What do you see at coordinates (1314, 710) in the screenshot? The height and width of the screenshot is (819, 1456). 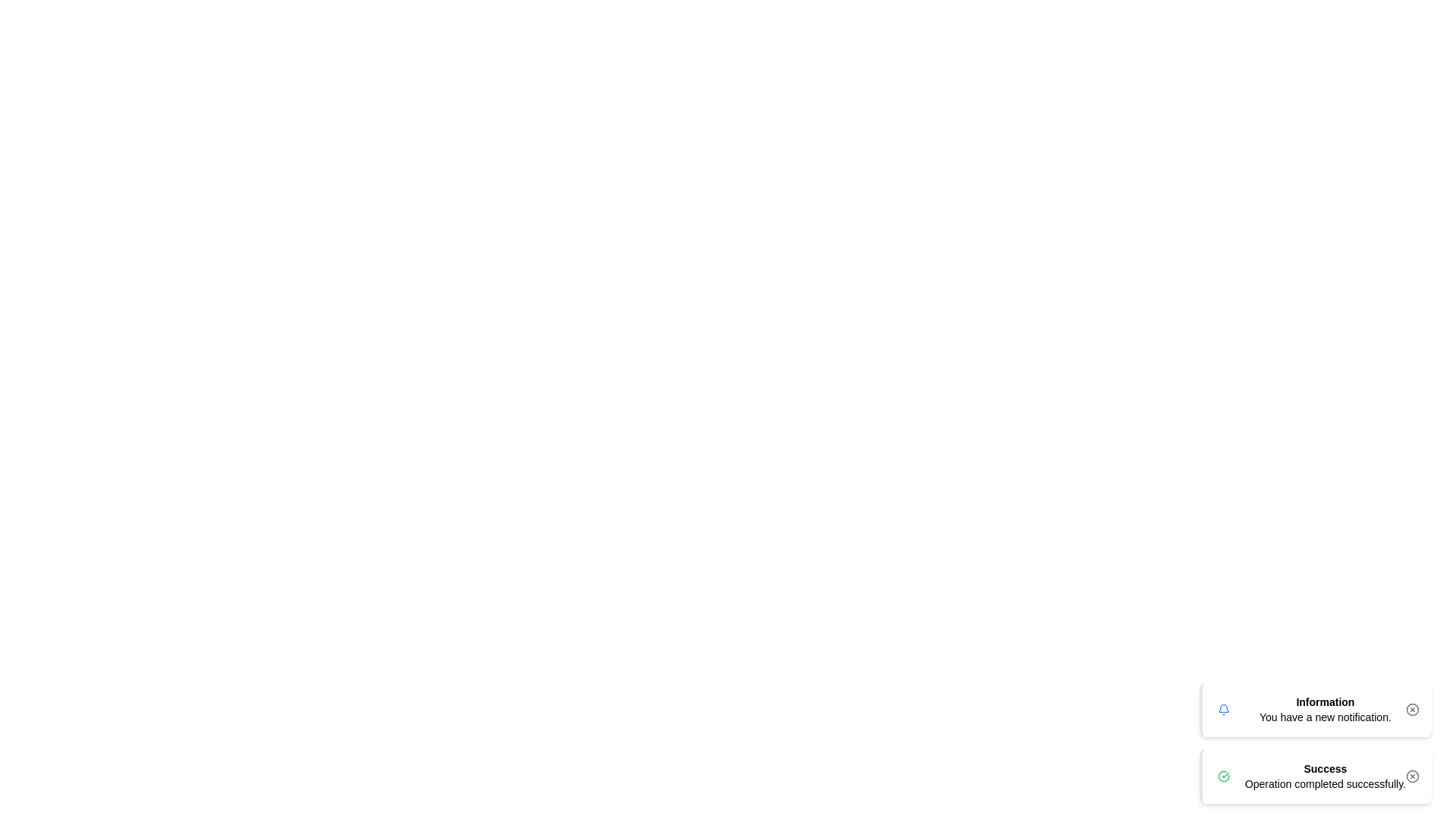 I see `the notification box with a light blue background and blue-bordered left edge, which contains the bell icon, the text 'Information', the message 'You have a new notification.', and a close button represented by an 'x' icon on the right side` at bounding box center [1314, 710].